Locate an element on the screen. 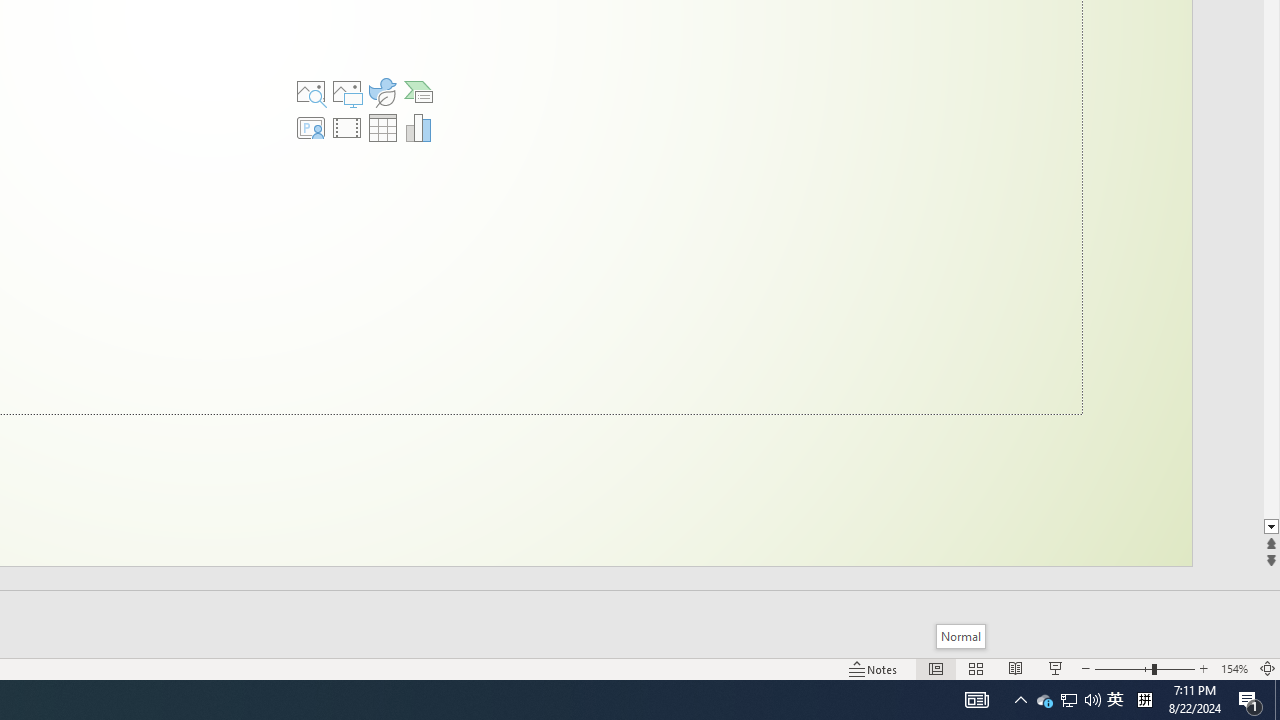  'Pictures' is located at coordinates (347, 92).